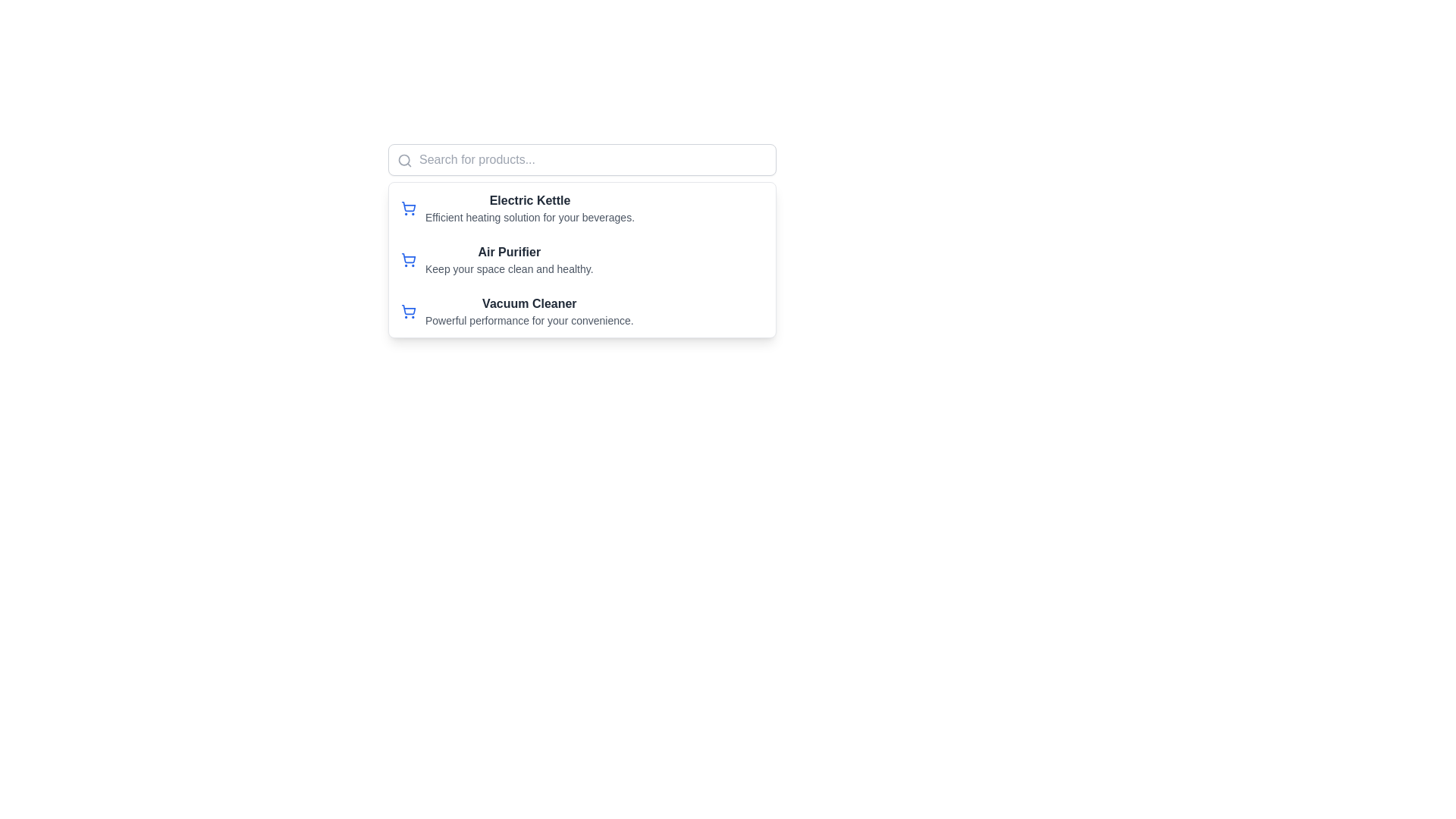  What do you see at coordinates (582, 208) in the screenshot?
I see `the first product listing item displaying 'Electric Kettle' with a blue shopping cart icon to the left of the text` at bounding box center [582, 208].